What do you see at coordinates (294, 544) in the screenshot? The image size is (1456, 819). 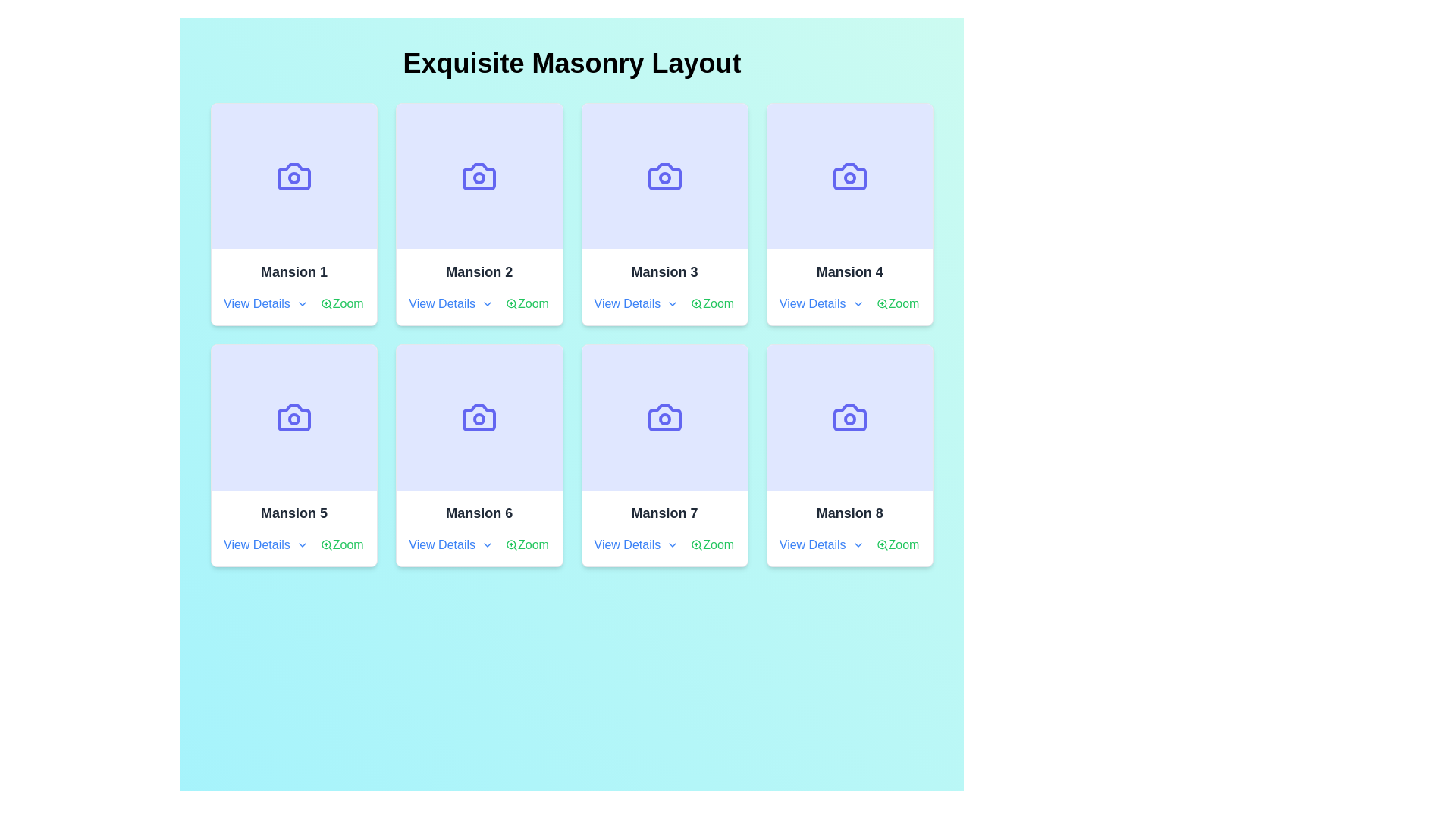 I see `the chevron-down icon located below the title of the 'Mansion 5' card in the interactive link group` at bounding box center [294, 544].